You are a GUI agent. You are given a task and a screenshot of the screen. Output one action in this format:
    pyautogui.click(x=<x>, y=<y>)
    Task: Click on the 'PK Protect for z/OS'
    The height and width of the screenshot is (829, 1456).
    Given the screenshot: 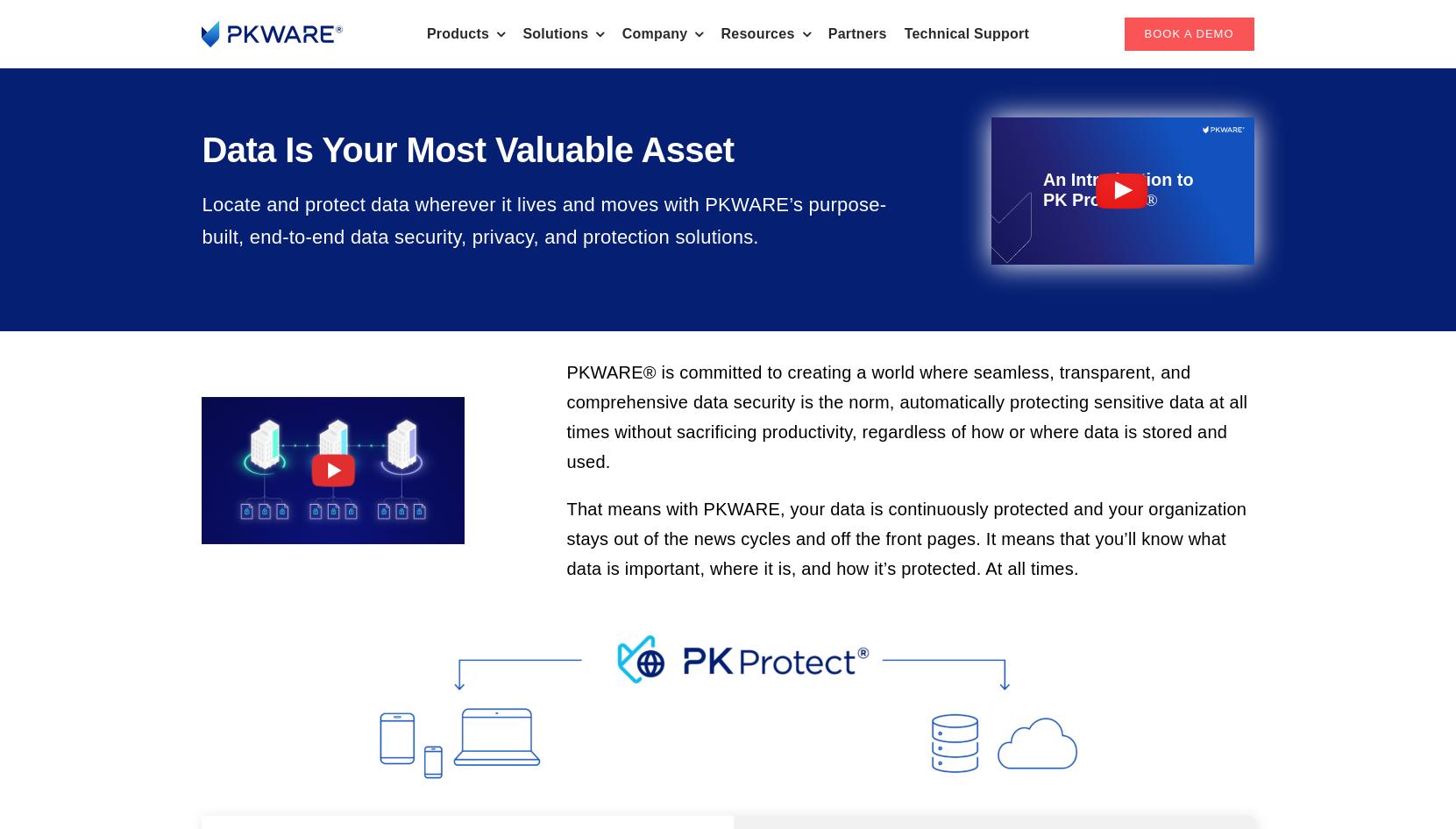 What is the action you would take?
    pyautogui.click(x=645, y=216)
    